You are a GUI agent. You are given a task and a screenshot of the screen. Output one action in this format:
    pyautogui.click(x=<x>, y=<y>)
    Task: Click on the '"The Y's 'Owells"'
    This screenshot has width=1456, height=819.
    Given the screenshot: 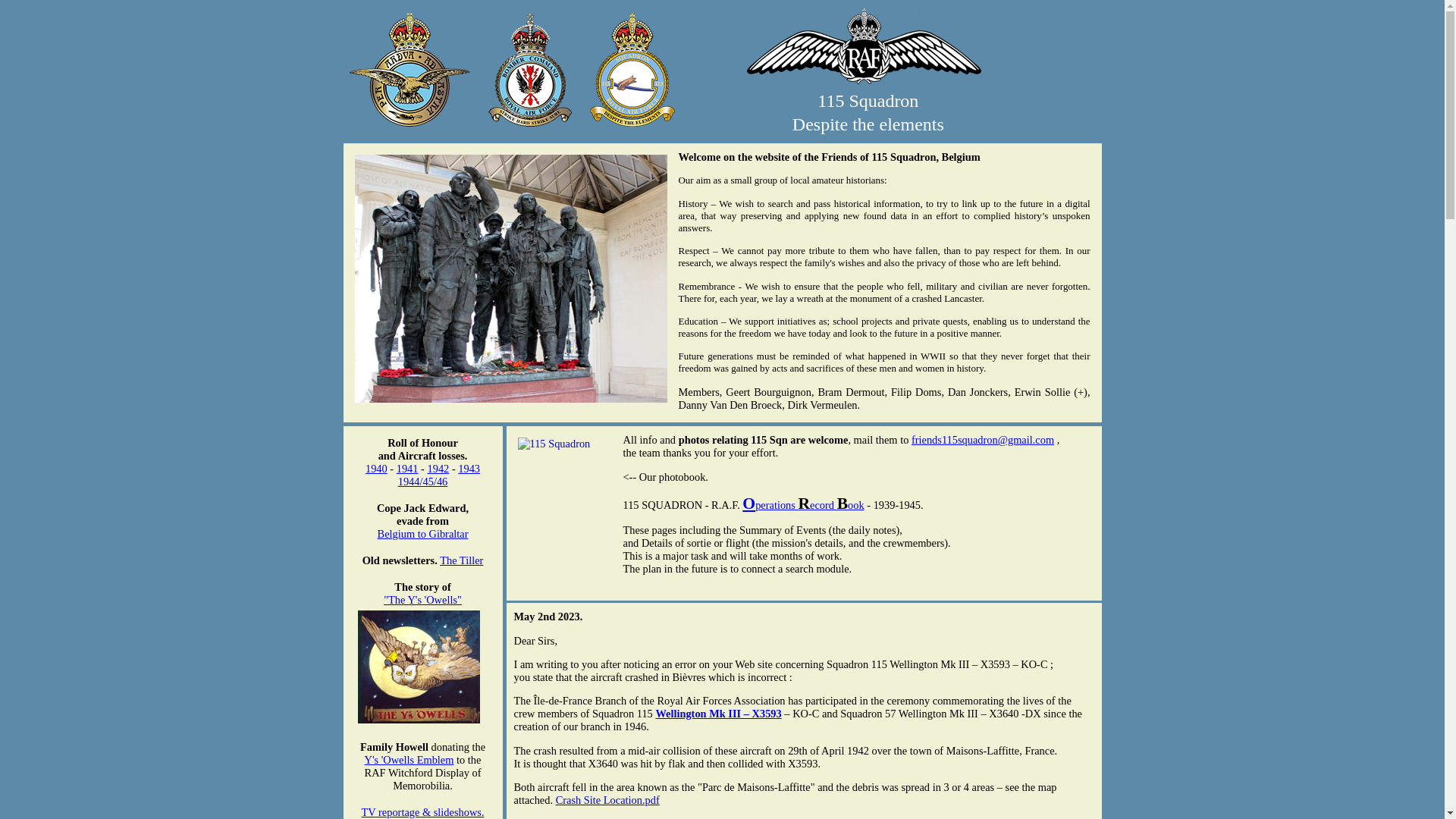 What is the action you would take?
    pyautogui.click(x=383, y=598)
    